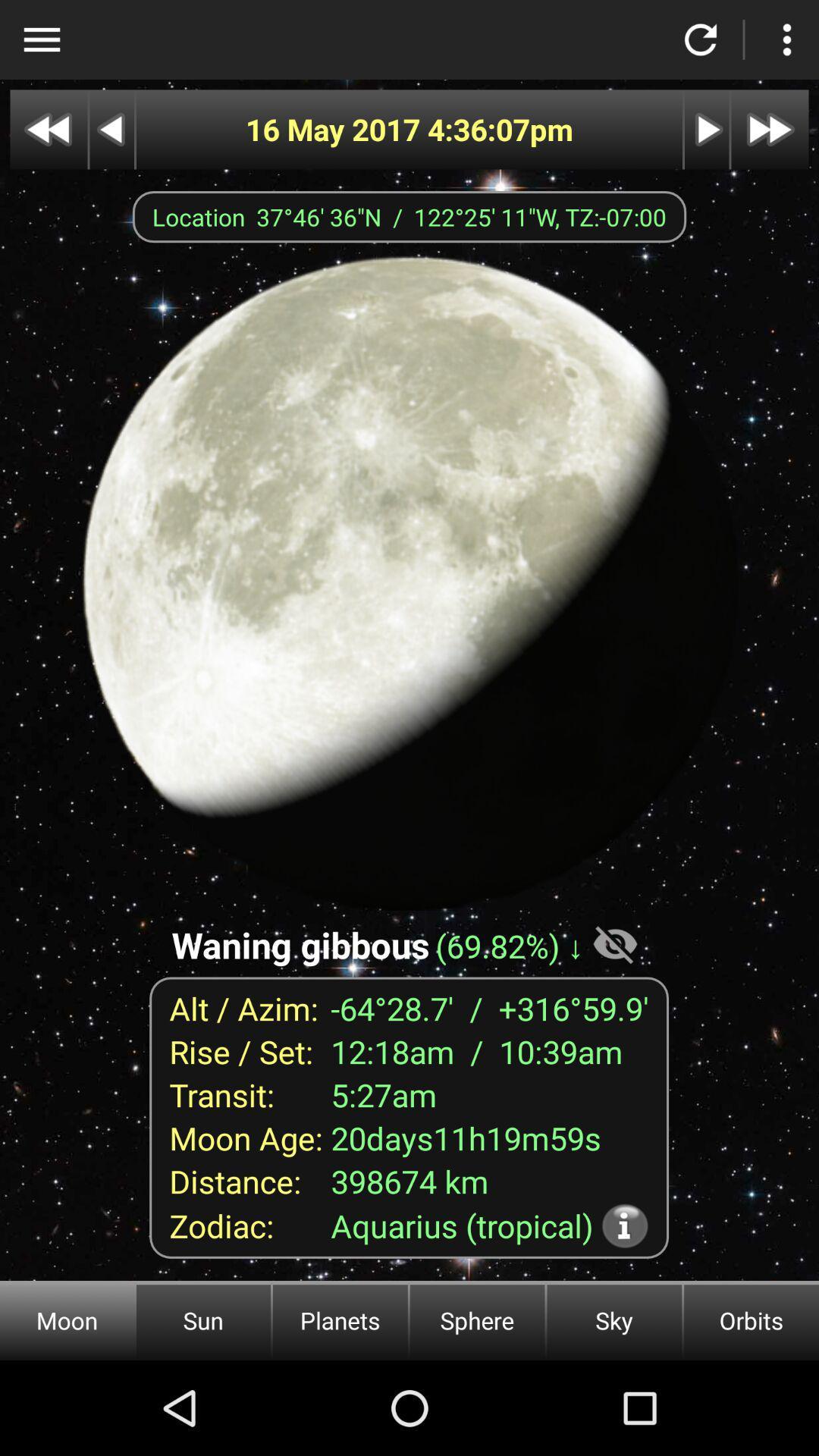 Image resolution: width=819 pixels, height=1456 pixels. I want to click on next, so click(707, 130).